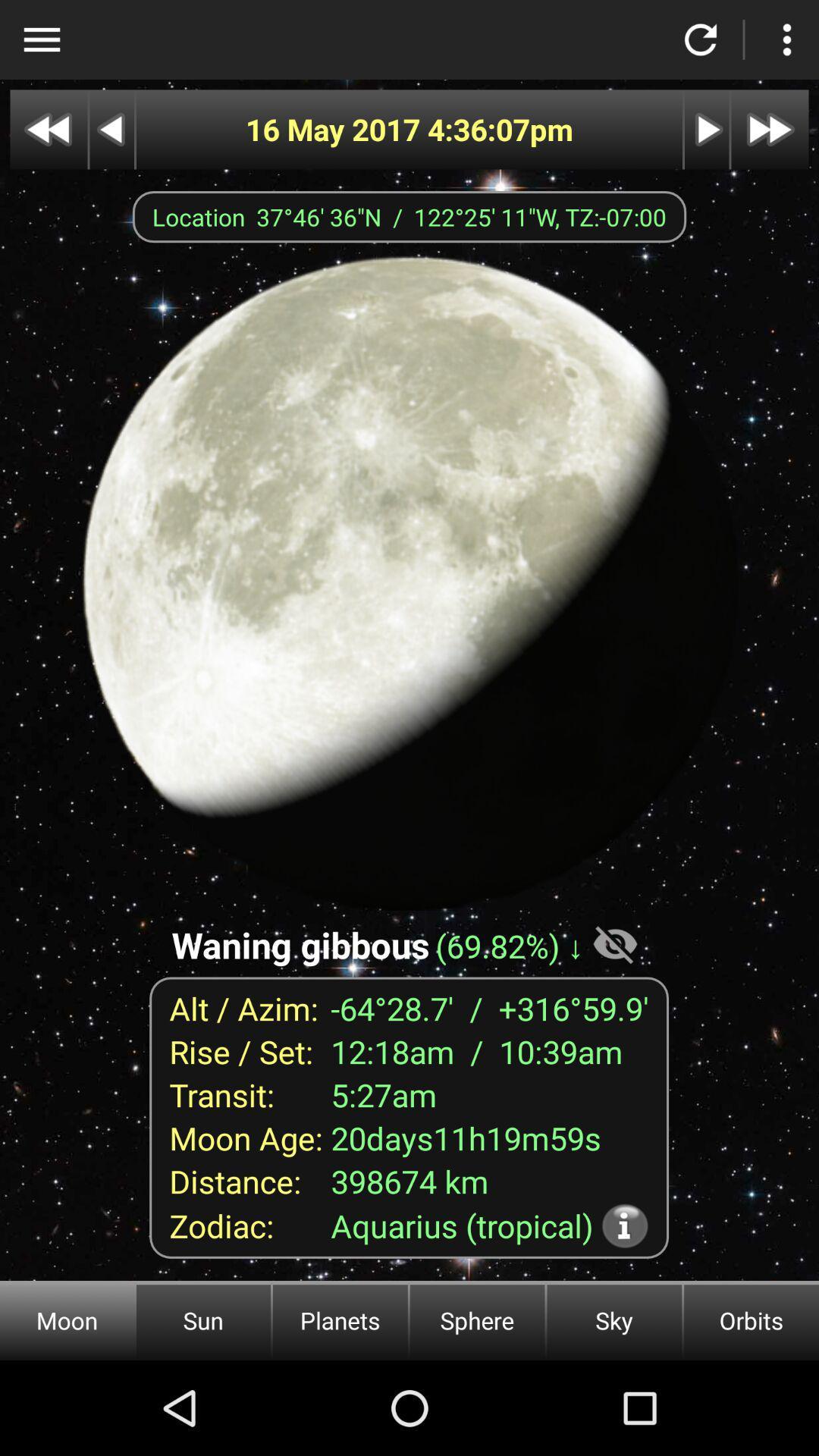 Image resolution: width=819 pixels, height=1456 pixels. I want to click on next, so click(707, 130).